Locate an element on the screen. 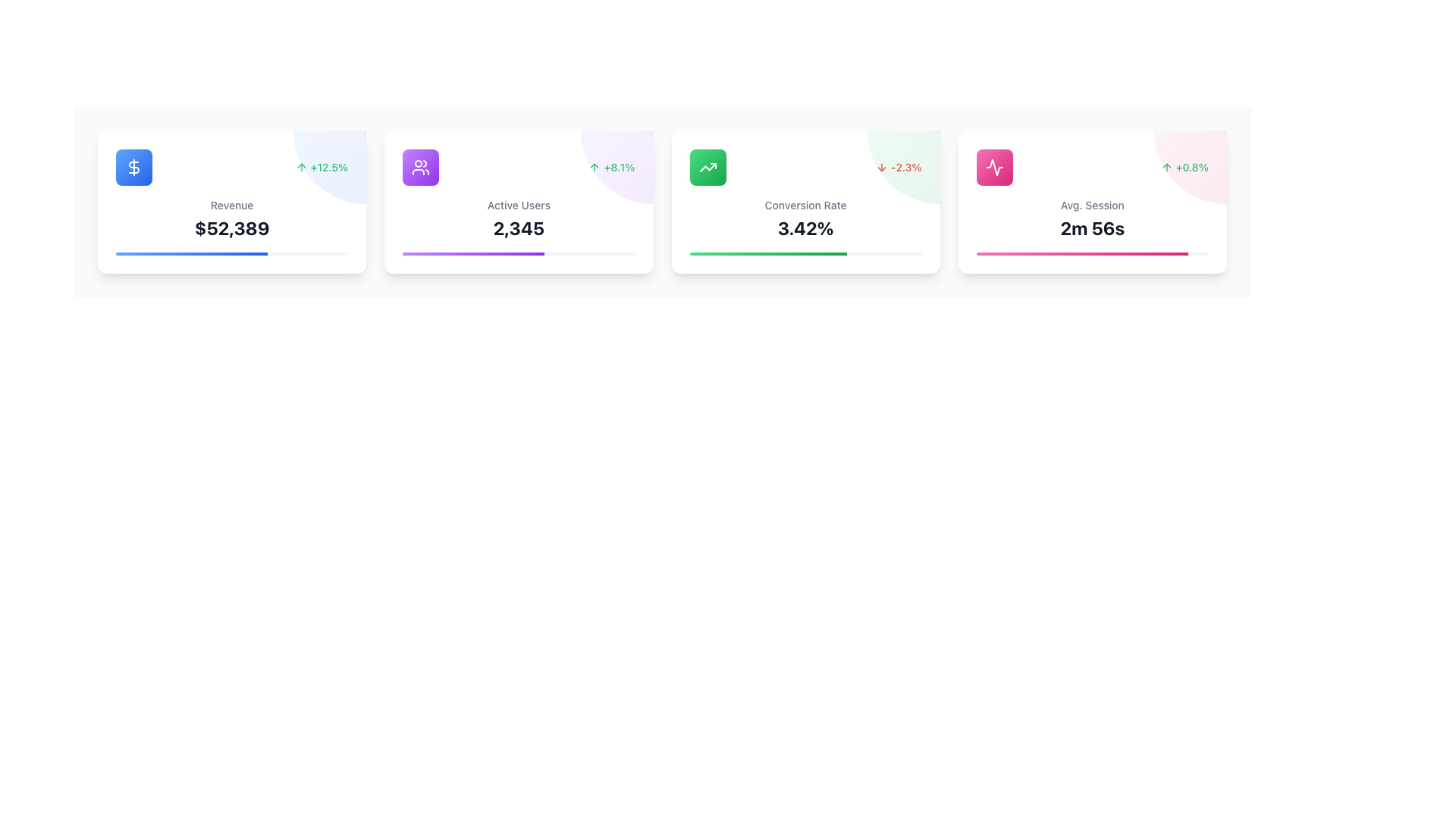 The width and height of the screenshot is (1456, 819). value displayed in the text element that shows the duration of the average session, located in the fourth card of the dashboard under the label 'Avg. Session' is located at coordinates (1092, 227).